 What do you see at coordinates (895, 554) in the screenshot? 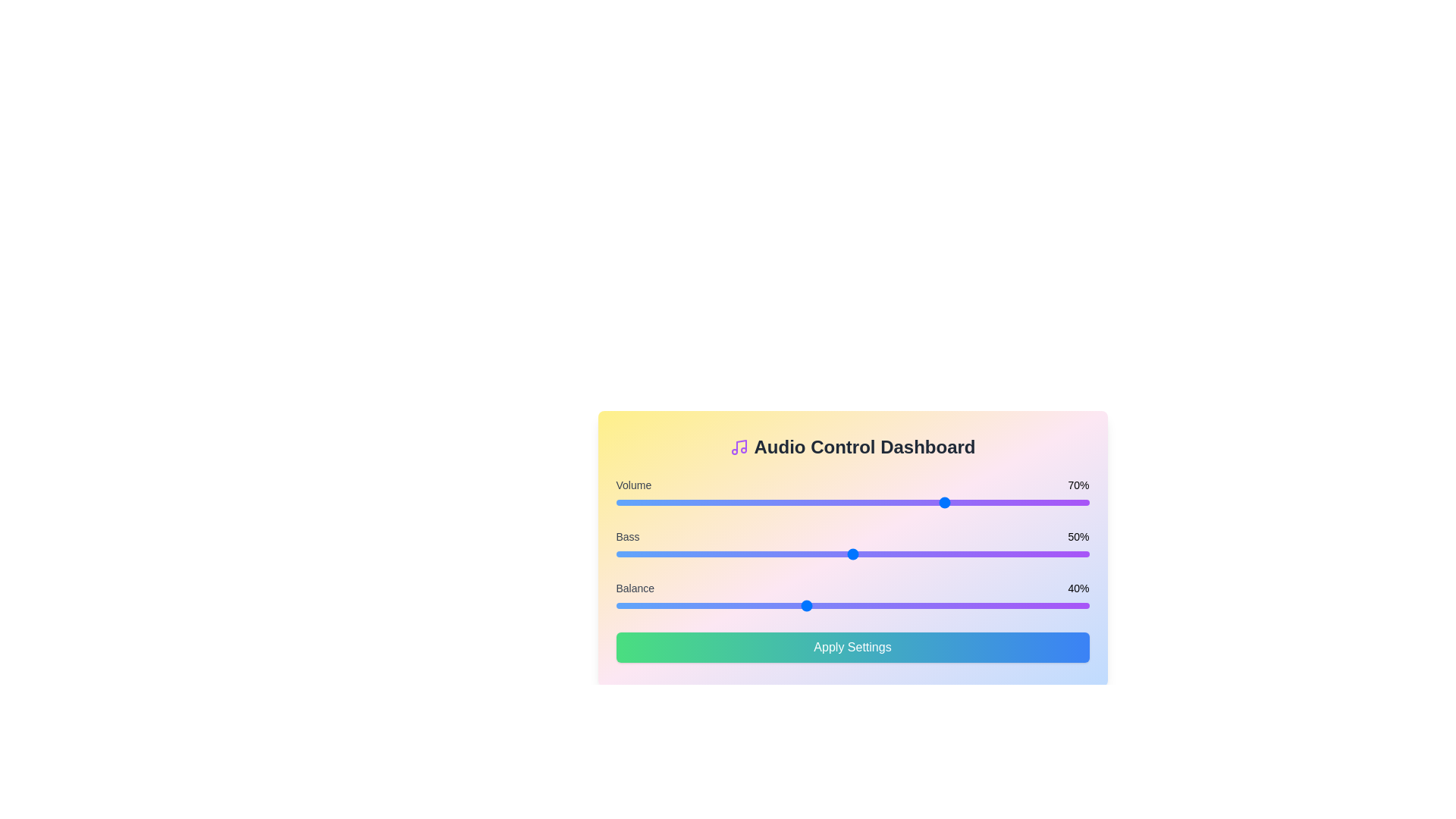
I see `bass` at bounding box center [895, 554].